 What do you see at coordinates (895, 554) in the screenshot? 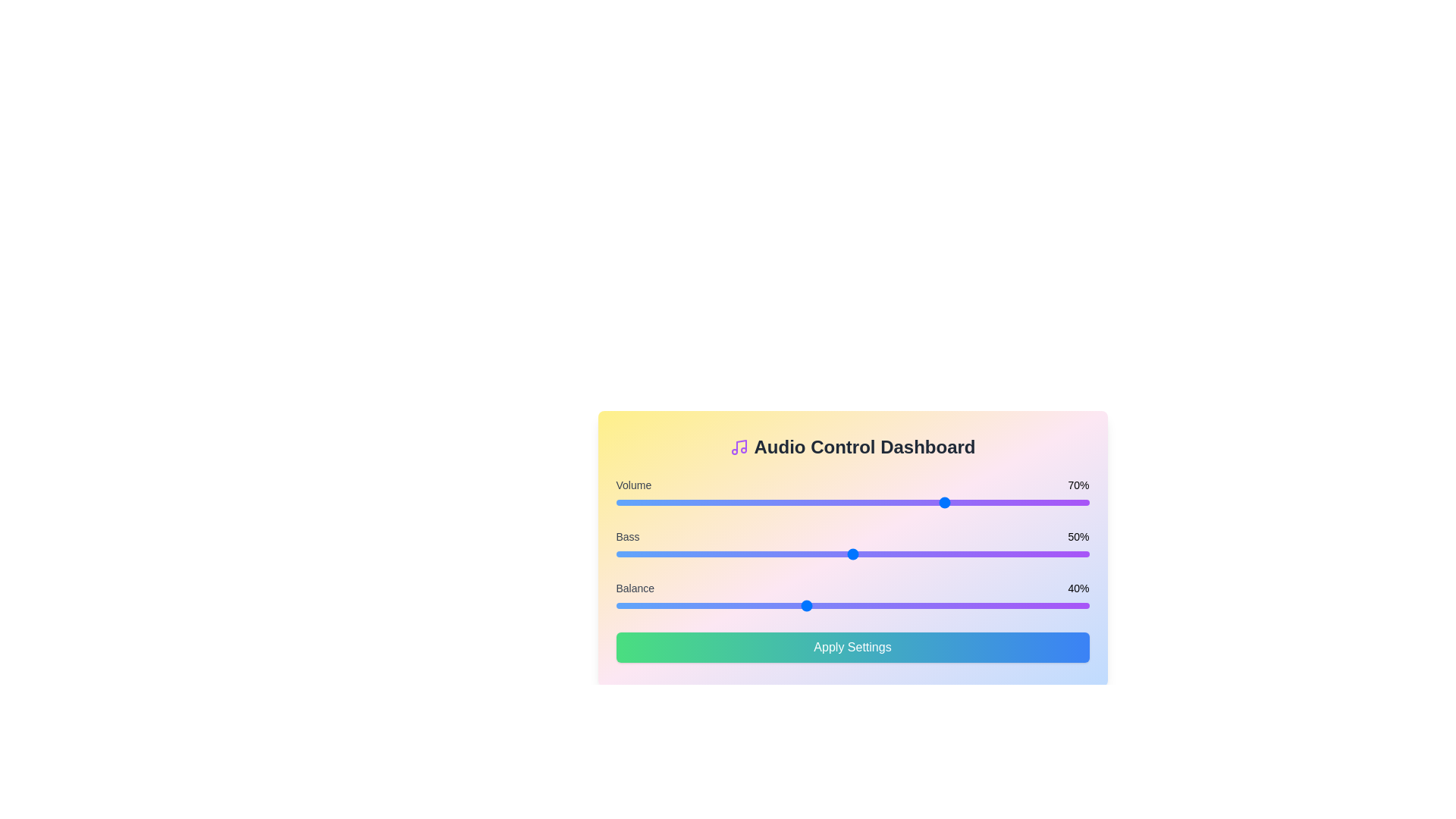
I see `bass` at bounding box center [895, 554].